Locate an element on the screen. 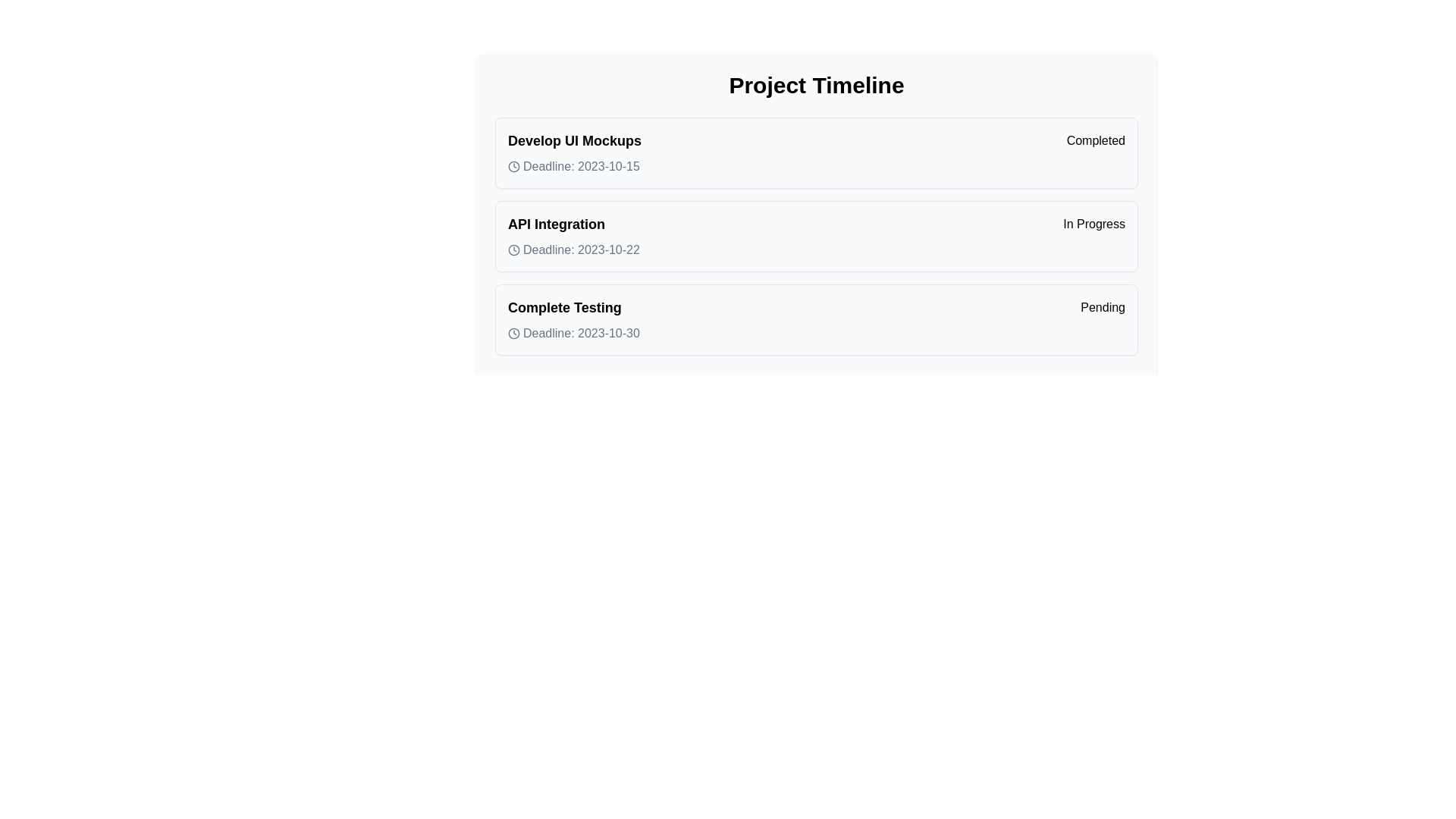  the bold text label reading 'Complete Testing', which is located in the bottommost row of the task list, to the left of the 'Pending' badge is located at coordinates (563, 307).